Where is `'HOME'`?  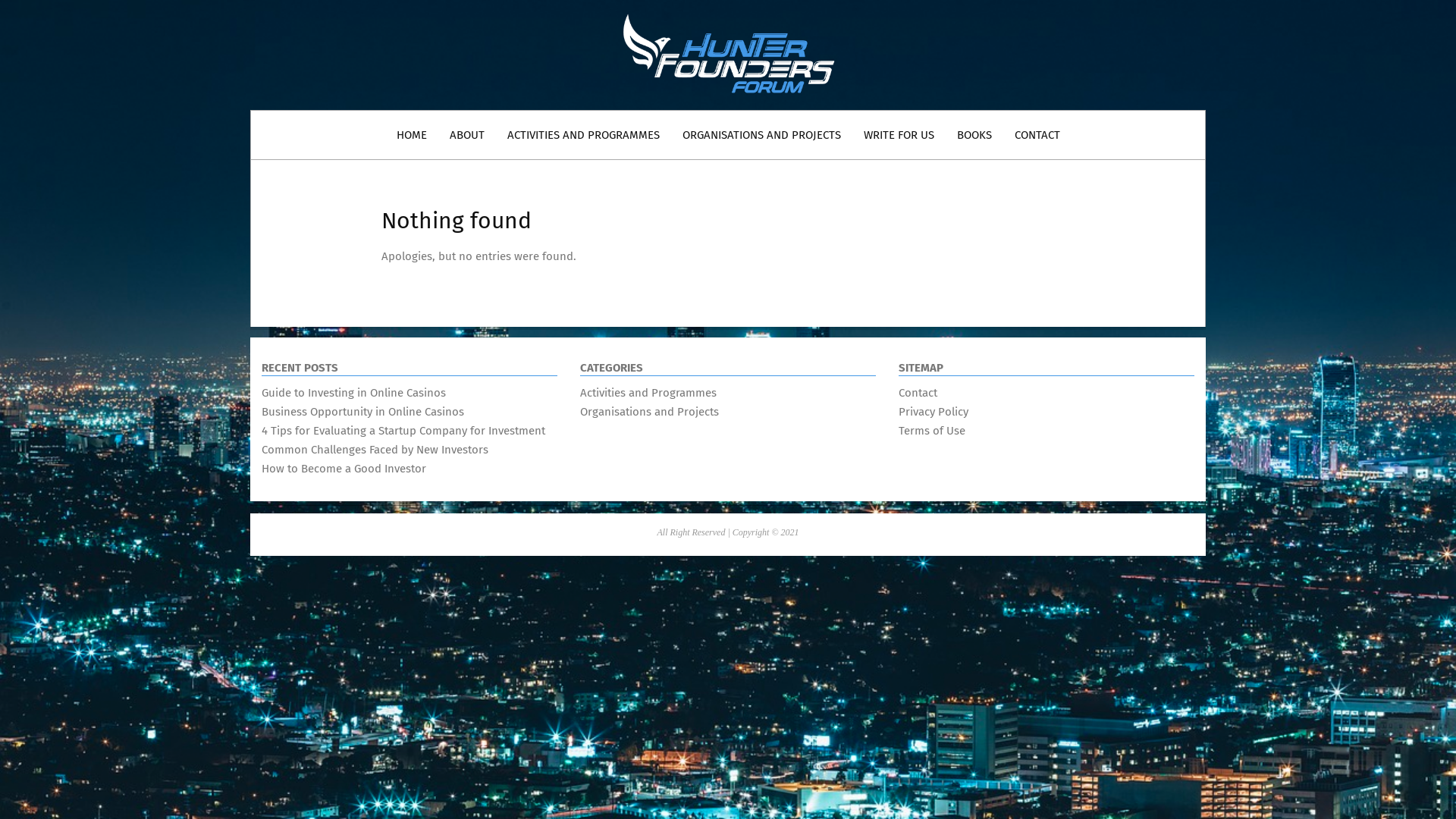
'HOME' is located at coordinates (411, 133).